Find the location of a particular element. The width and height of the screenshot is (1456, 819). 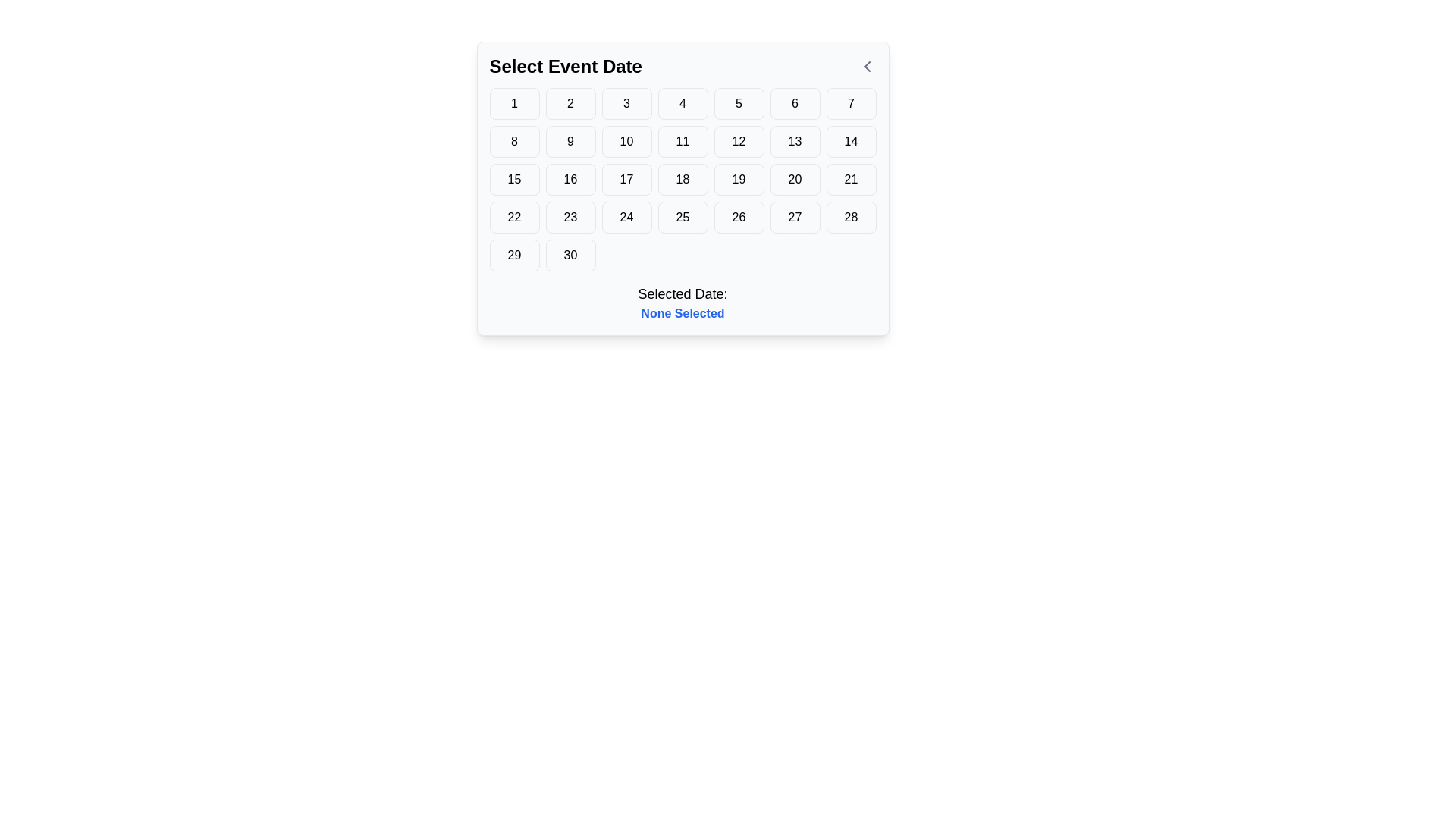

the button labeled '16' in the date selection calendar interface is located at coordinates (570, 178).